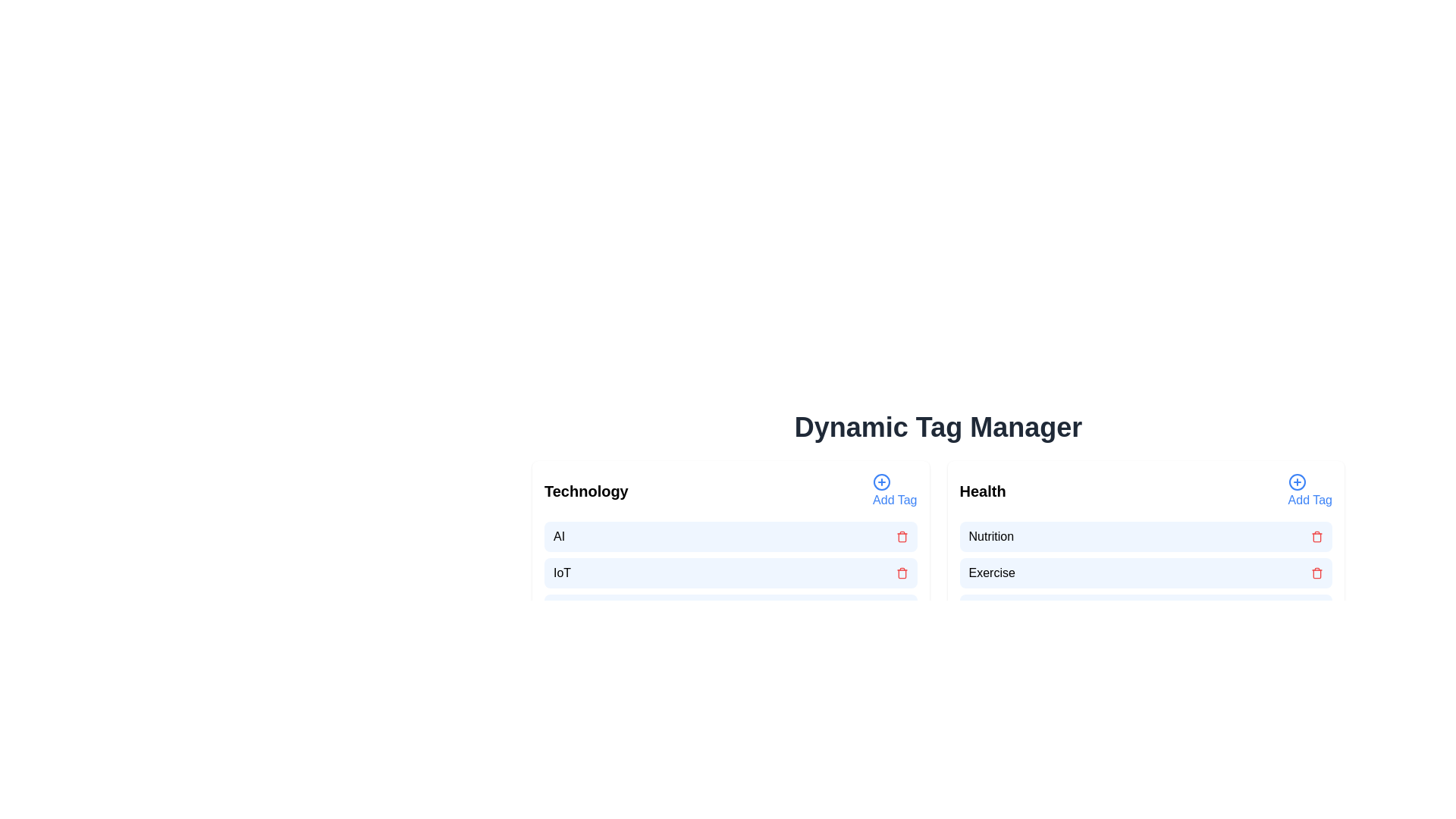 The width and height of the screenshot is (1456, 819). What do you see at coordinates (1146, 549) in the screenshot?
I see `the tags in the 'Health' categorized tag management card` at bounding box center [1146, 549].